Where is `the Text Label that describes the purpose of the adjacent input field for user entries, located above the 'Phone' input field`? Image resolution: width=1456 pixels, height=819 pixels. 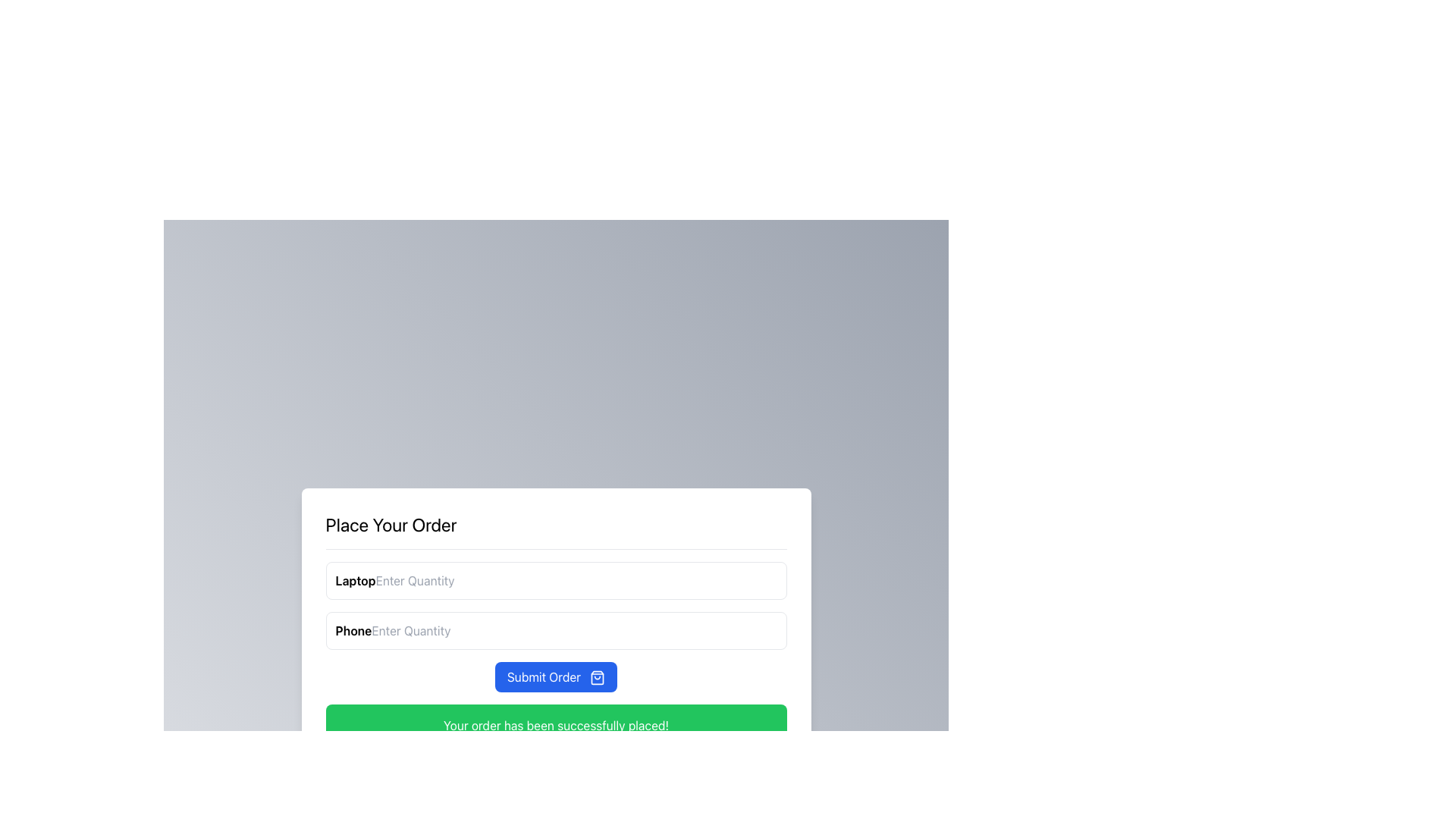 the Text Label that describes the purpose of the adjacent input field for user entries, located above the 'Phone' input field is located at coordinates (355, 580).